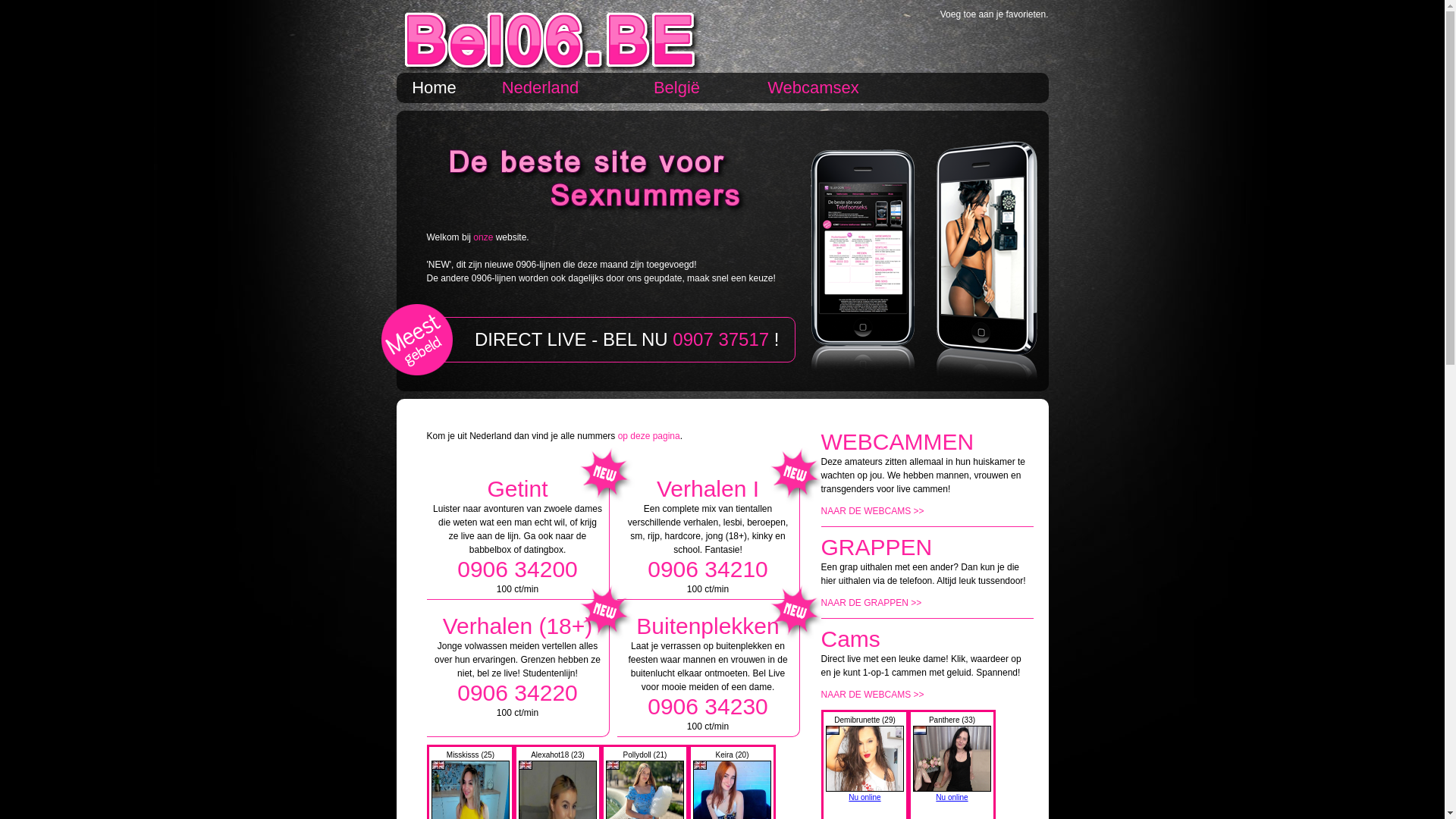 The height and width of the screenshot is (819, 1456). Describe the element at coordinates (819, 601) in the screenshot. I see `'NAAR DE GRAPPEN >>'` at that location.